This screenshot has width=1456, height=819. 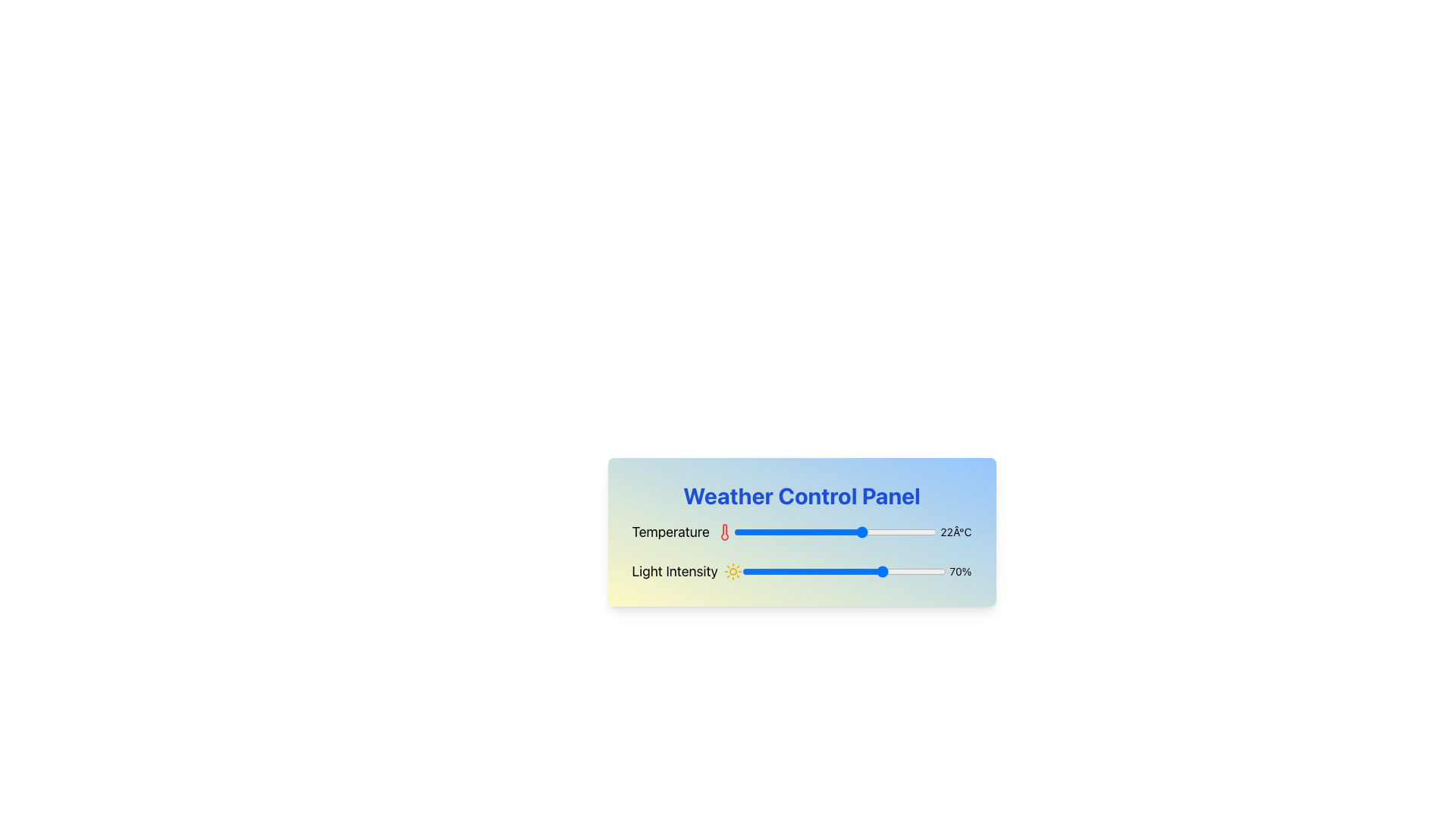 What do you see at coordinates (766, 532) in the screenshot?
I see `the temperature slider` at bounding box center [766, 532].